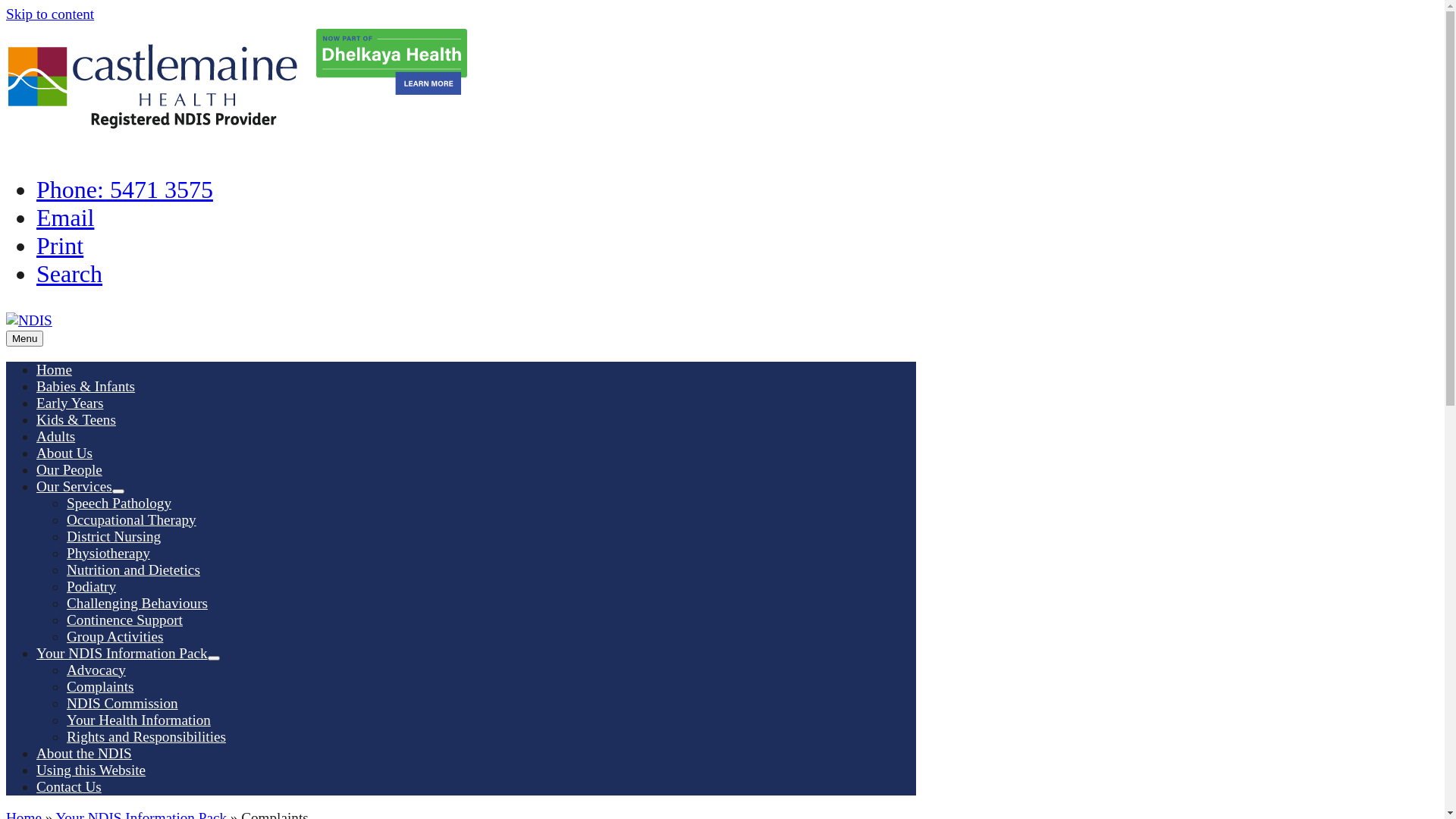 This screenshot has height=819, width=1456. What do you see at coordinates (65, 719) in the screenshot?
I see `'Your Health Information'` at bounding box center [65, 719].